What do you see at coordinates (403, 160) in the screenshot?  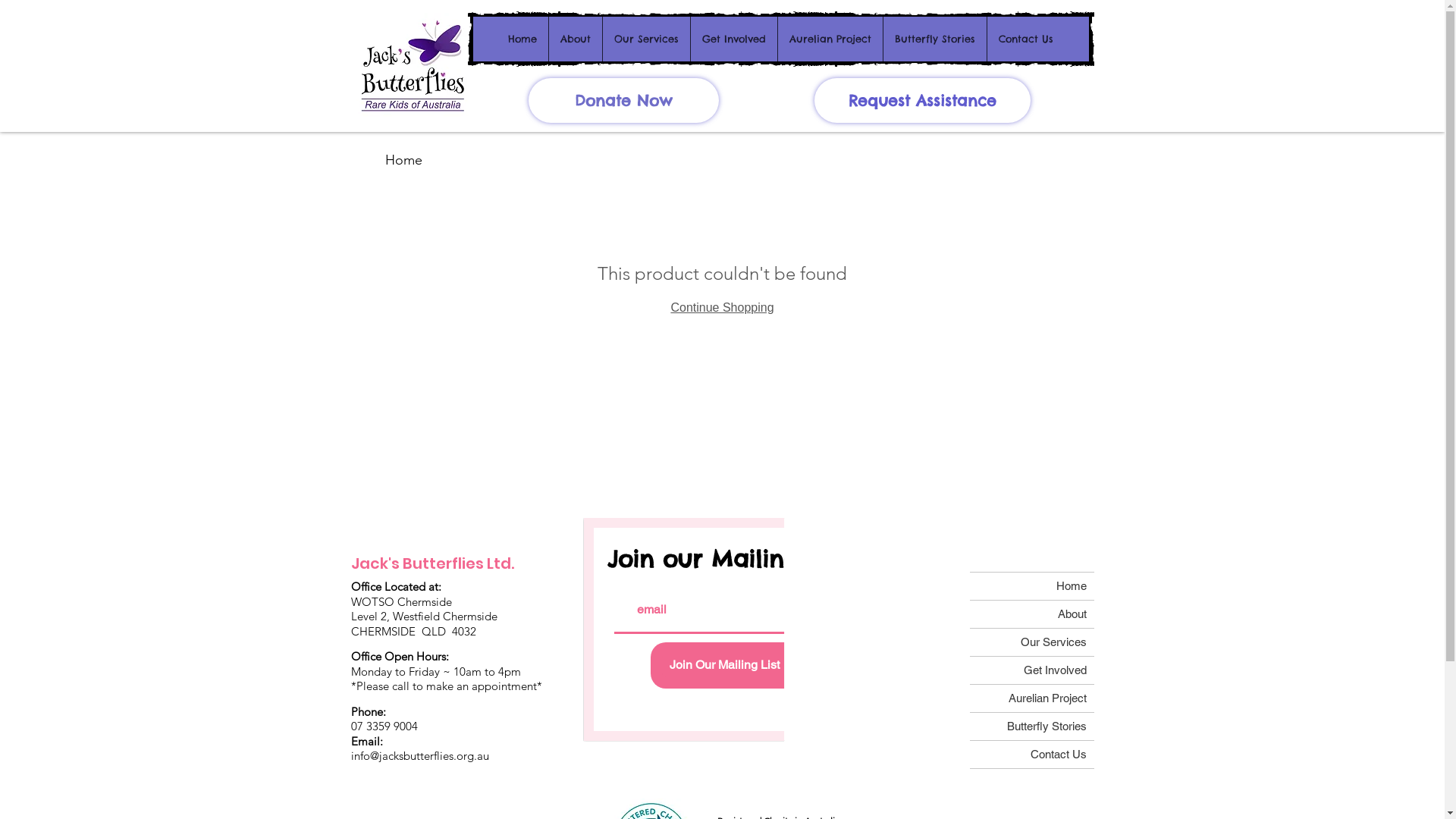 I see `'Home'` at bounding box center [403, 160].